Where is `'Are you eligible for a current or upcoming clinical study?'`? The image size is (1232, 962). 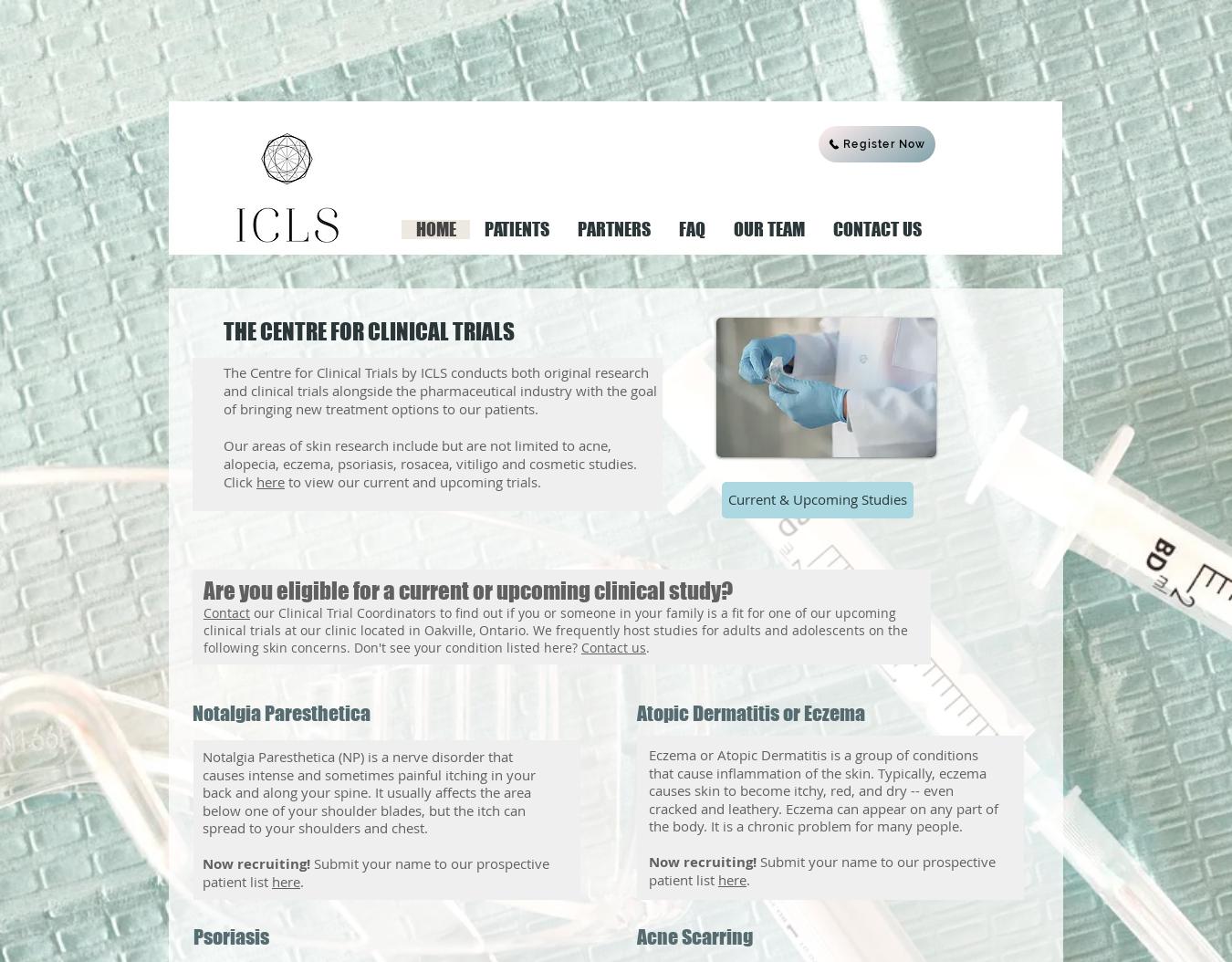
'Are you eligible for a current or upcoming clinical study?' is located at coordinates (467, 591).